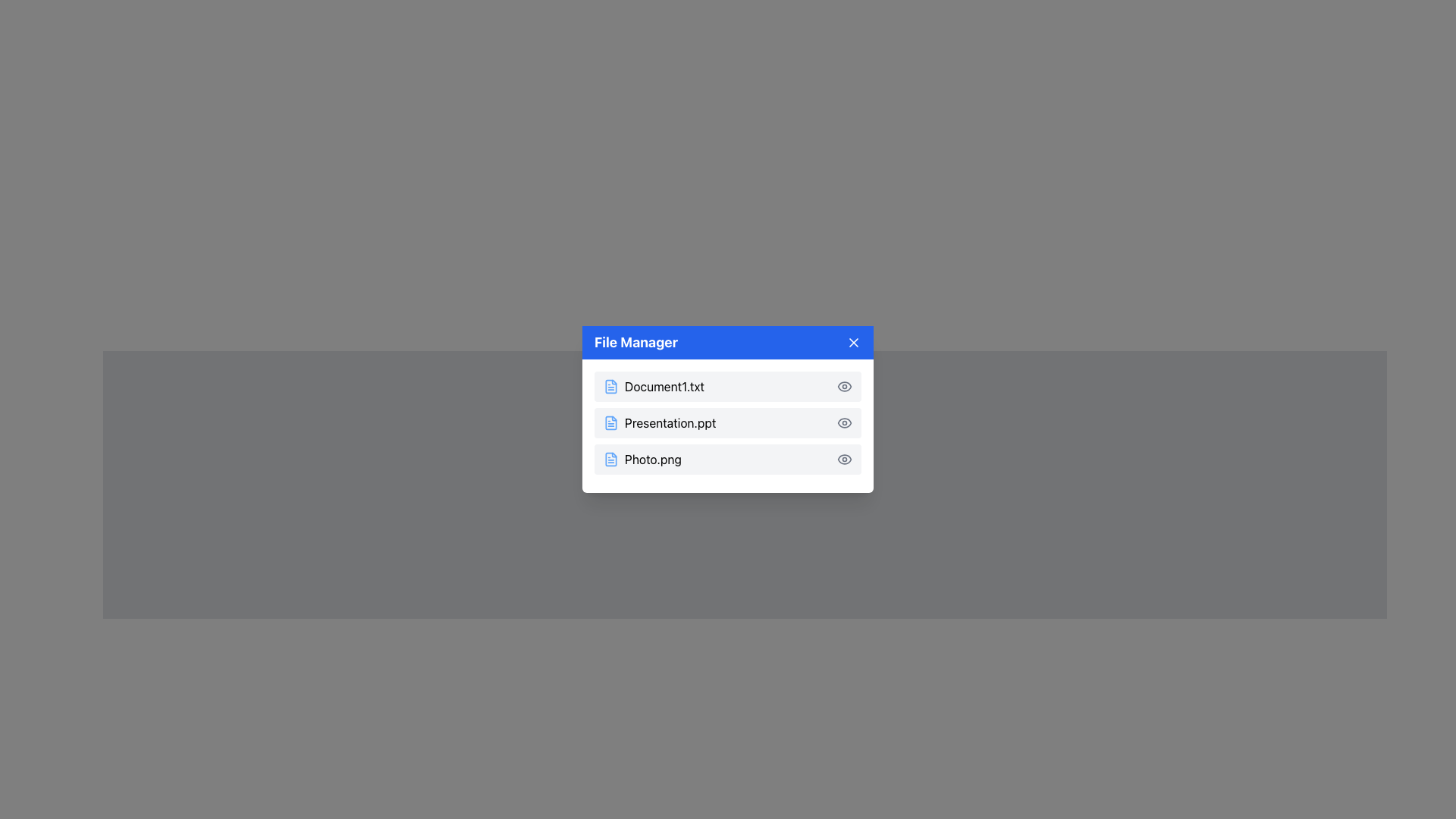  What do you see at coordinates (653, 458) in the screenshot?
I see `the static text label displaying the file name 'Photo.png' in the file manager` at bounding box center [653, 458].